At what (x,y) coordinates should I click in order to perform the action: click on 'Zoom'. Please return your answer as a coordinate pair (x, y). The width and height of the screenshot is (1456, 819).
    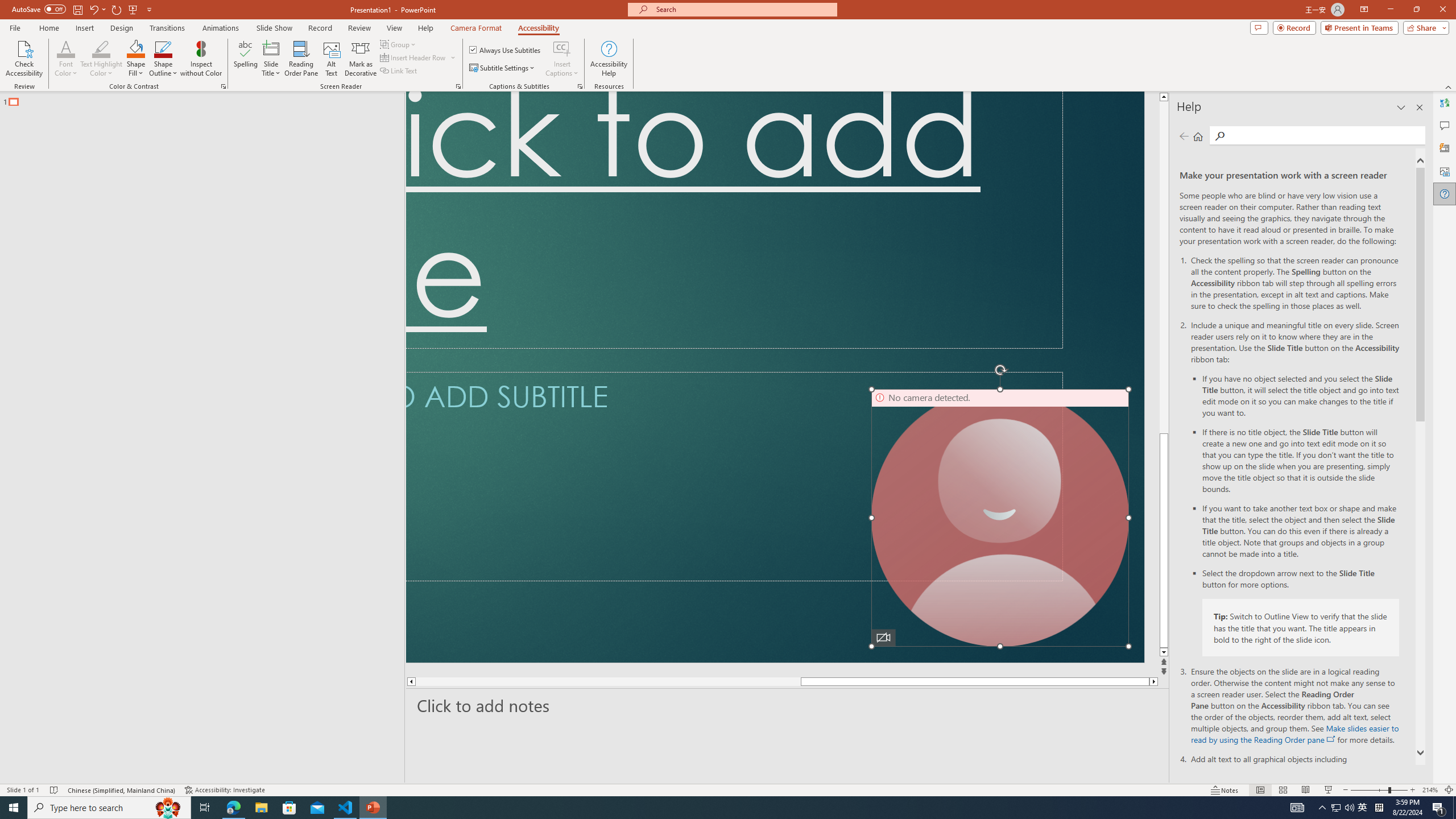
    Looking at the image, I should click on (1379, 790).